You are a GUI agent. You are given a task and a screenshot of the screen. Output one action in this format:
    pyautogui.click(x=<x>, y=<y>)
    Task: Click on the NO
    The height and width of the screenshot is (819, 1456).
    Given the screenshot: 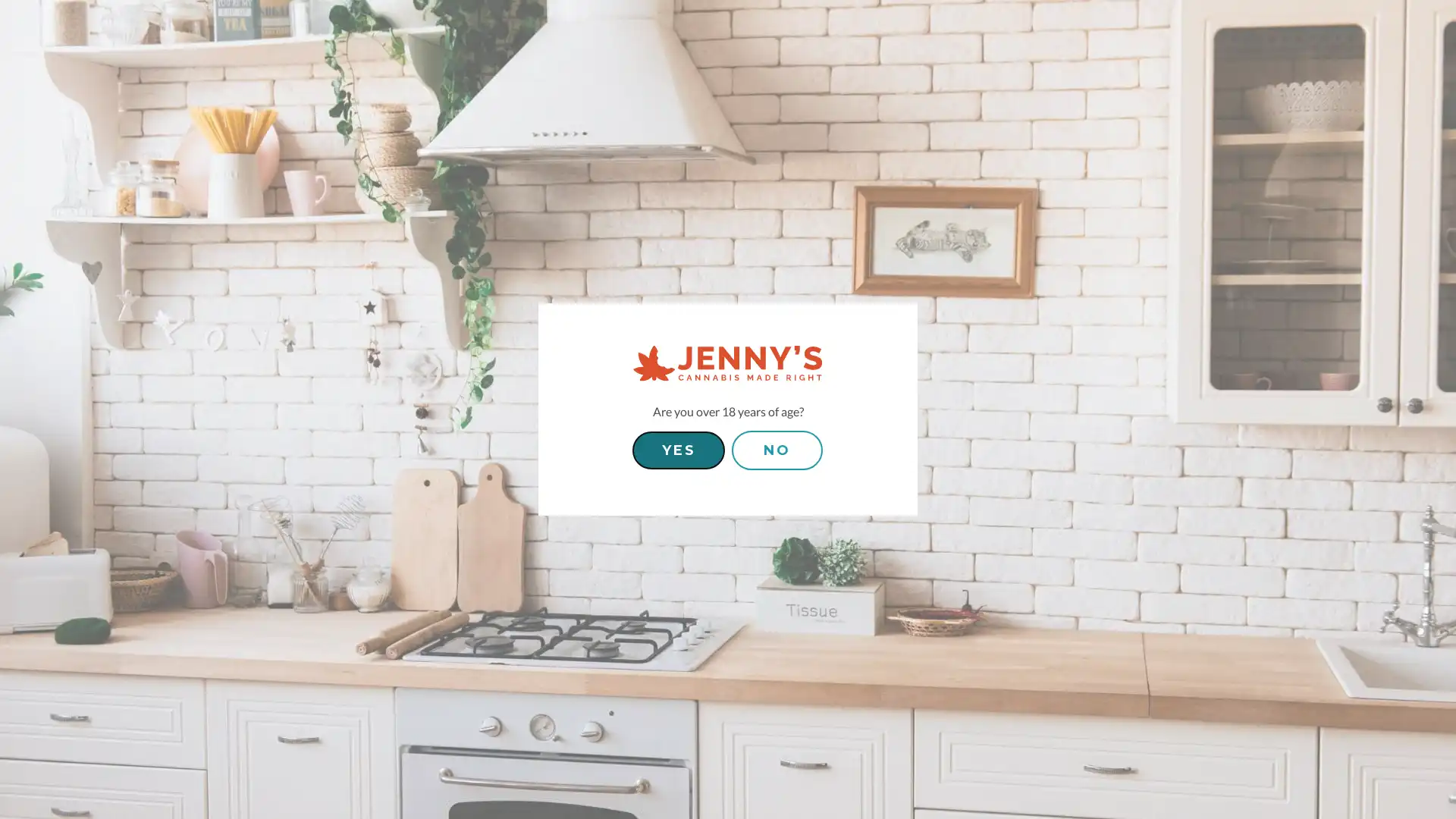 What is the action you would take?
    pyautogui.click(x=777, y=449)
    